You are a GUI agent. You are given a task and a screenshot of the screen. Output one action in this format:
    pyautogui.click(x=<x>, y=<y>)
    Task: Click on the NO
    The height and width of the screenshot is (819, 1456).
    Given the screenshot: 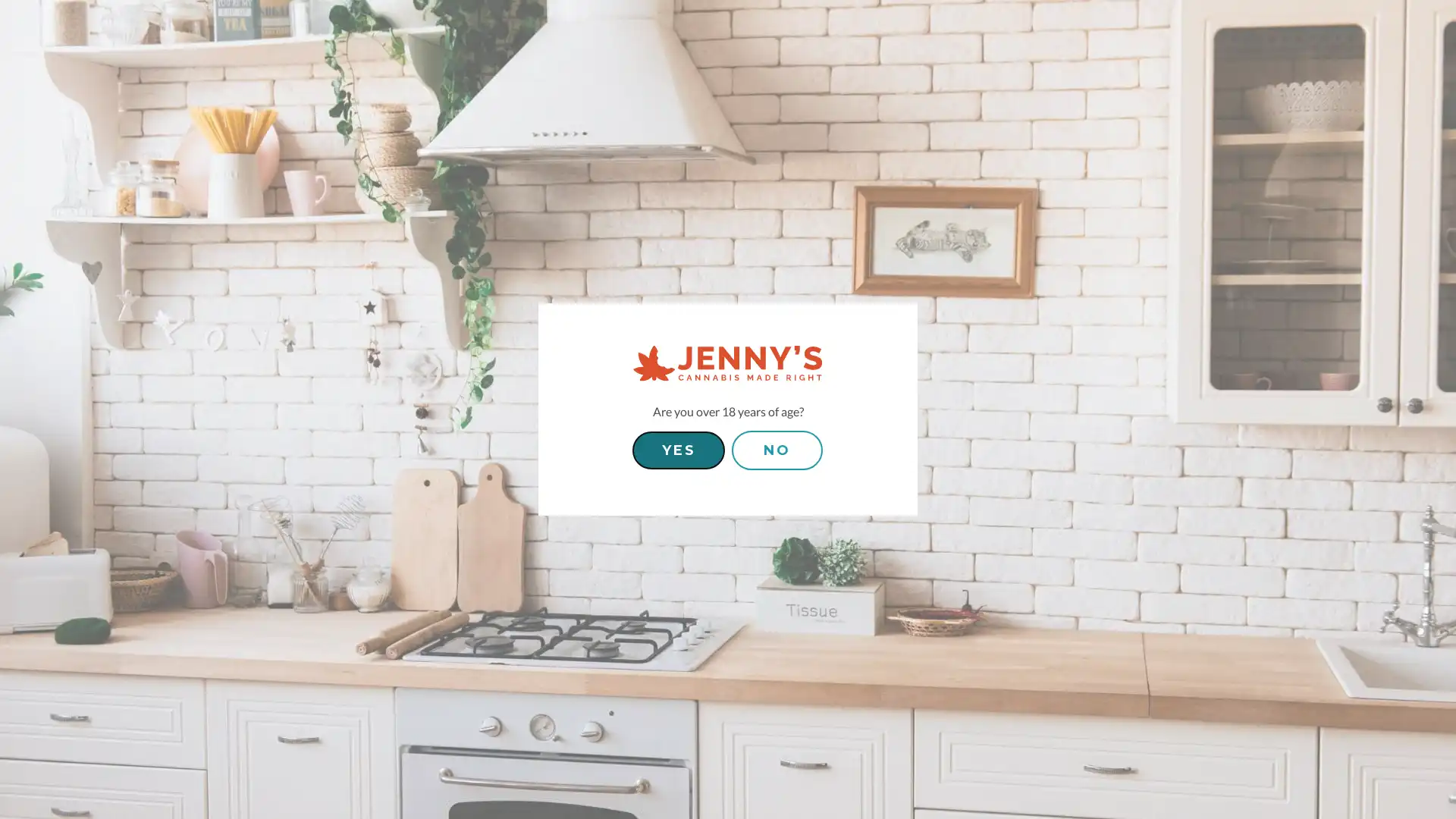 What is the action you would take?
    pyautogui.click(x=777, y=449)
    